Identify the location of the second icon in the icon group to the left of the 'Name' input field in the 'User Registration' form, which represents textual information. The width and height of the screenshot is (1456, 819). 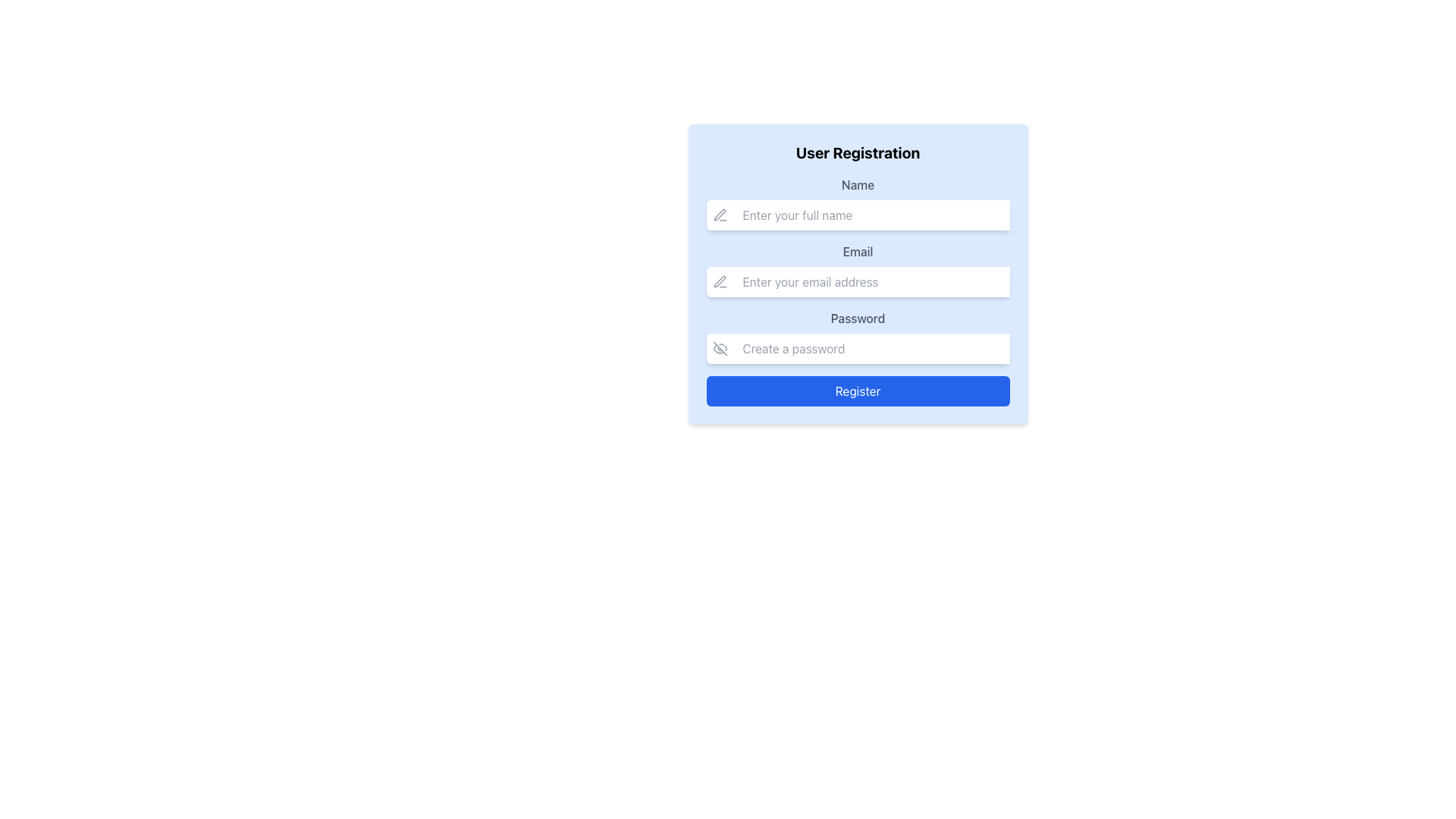
(719, 215).